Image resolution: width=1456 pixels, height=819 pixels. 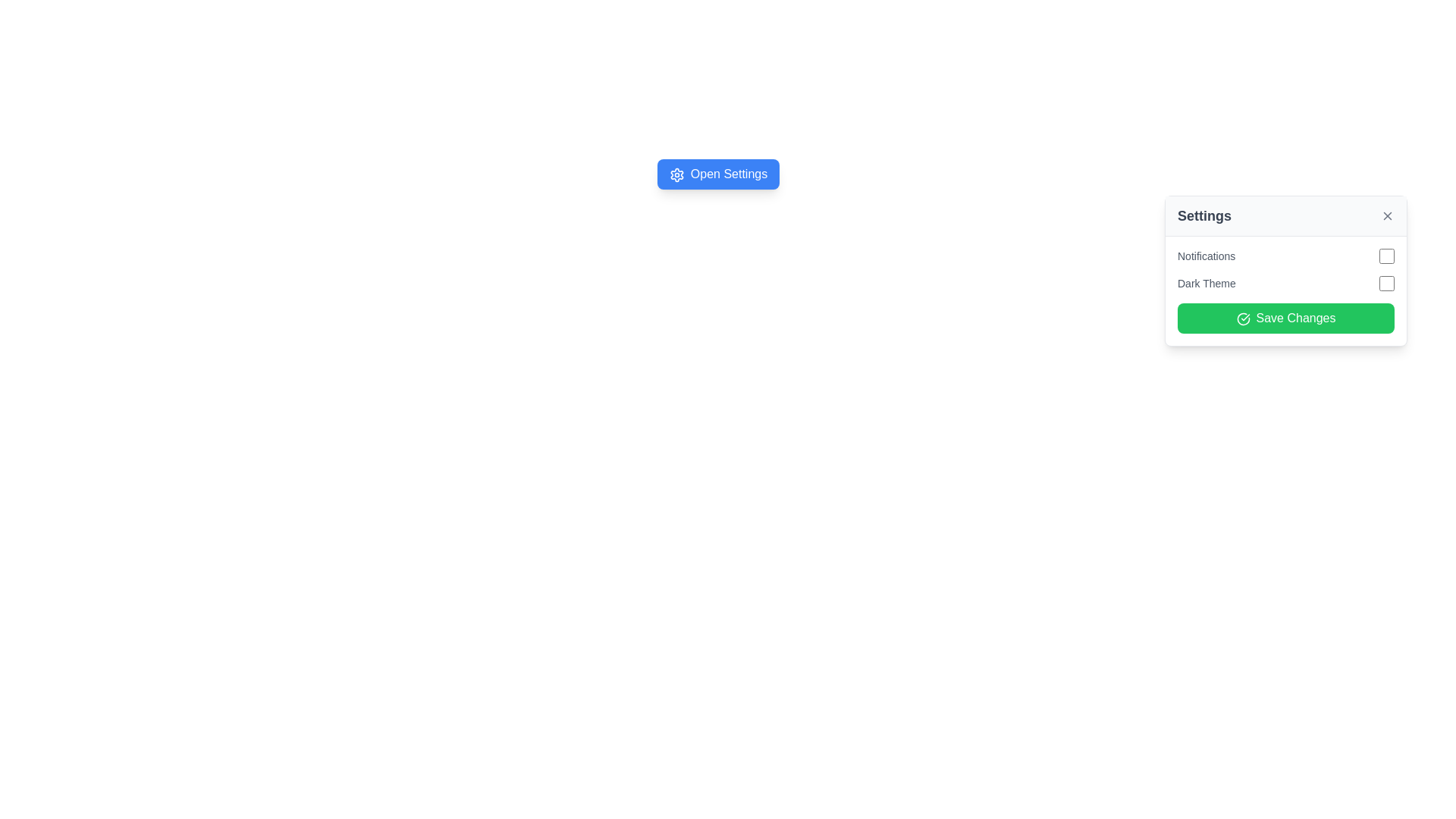 I want to click on the settings icon located within the 'Open Settings' button, positioned to the left of the text, so click(x=676, y=174).